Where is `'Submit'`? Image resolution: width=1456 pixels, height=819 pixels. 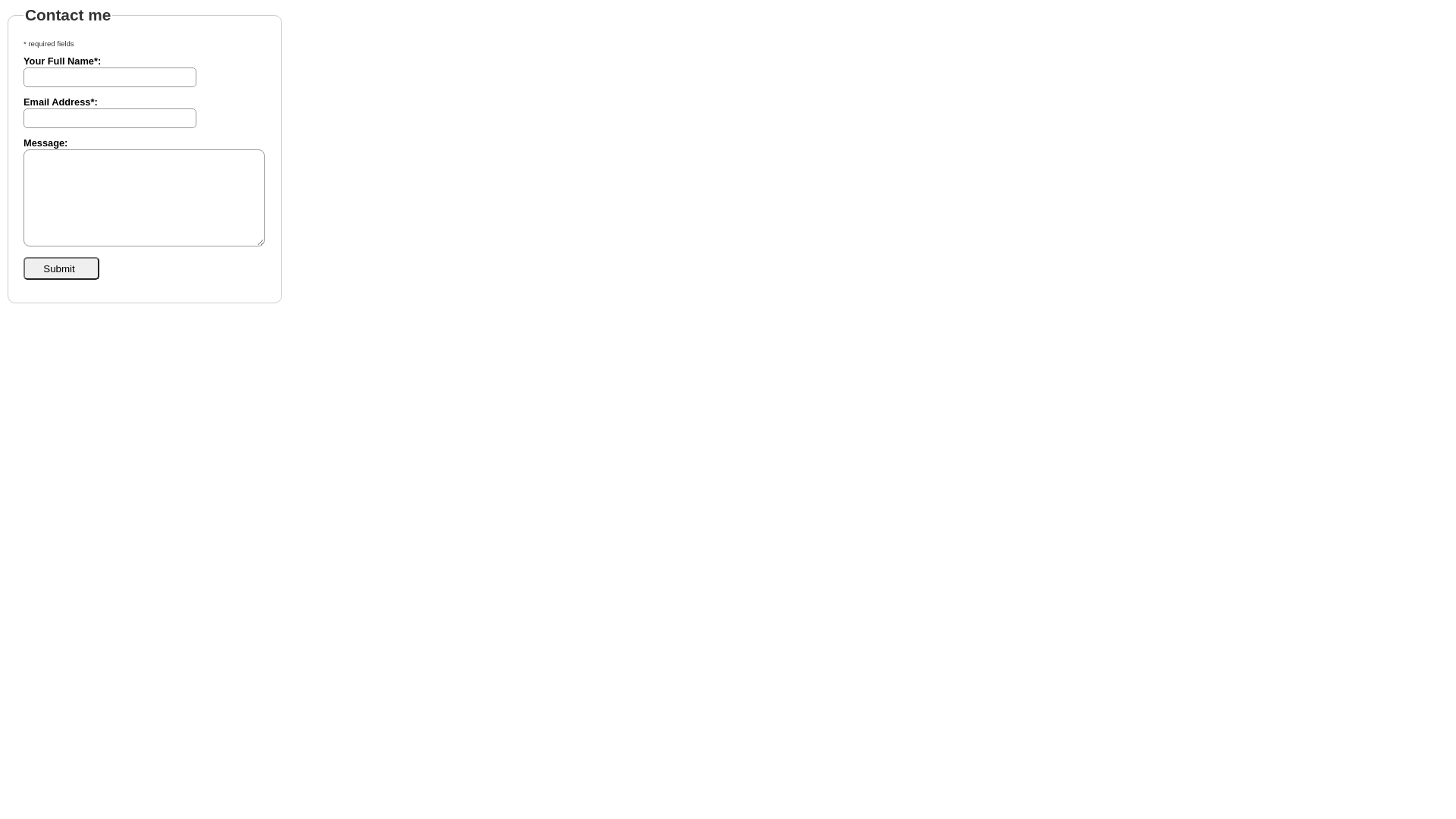
'Submit' is located at coordinates (61, 268).